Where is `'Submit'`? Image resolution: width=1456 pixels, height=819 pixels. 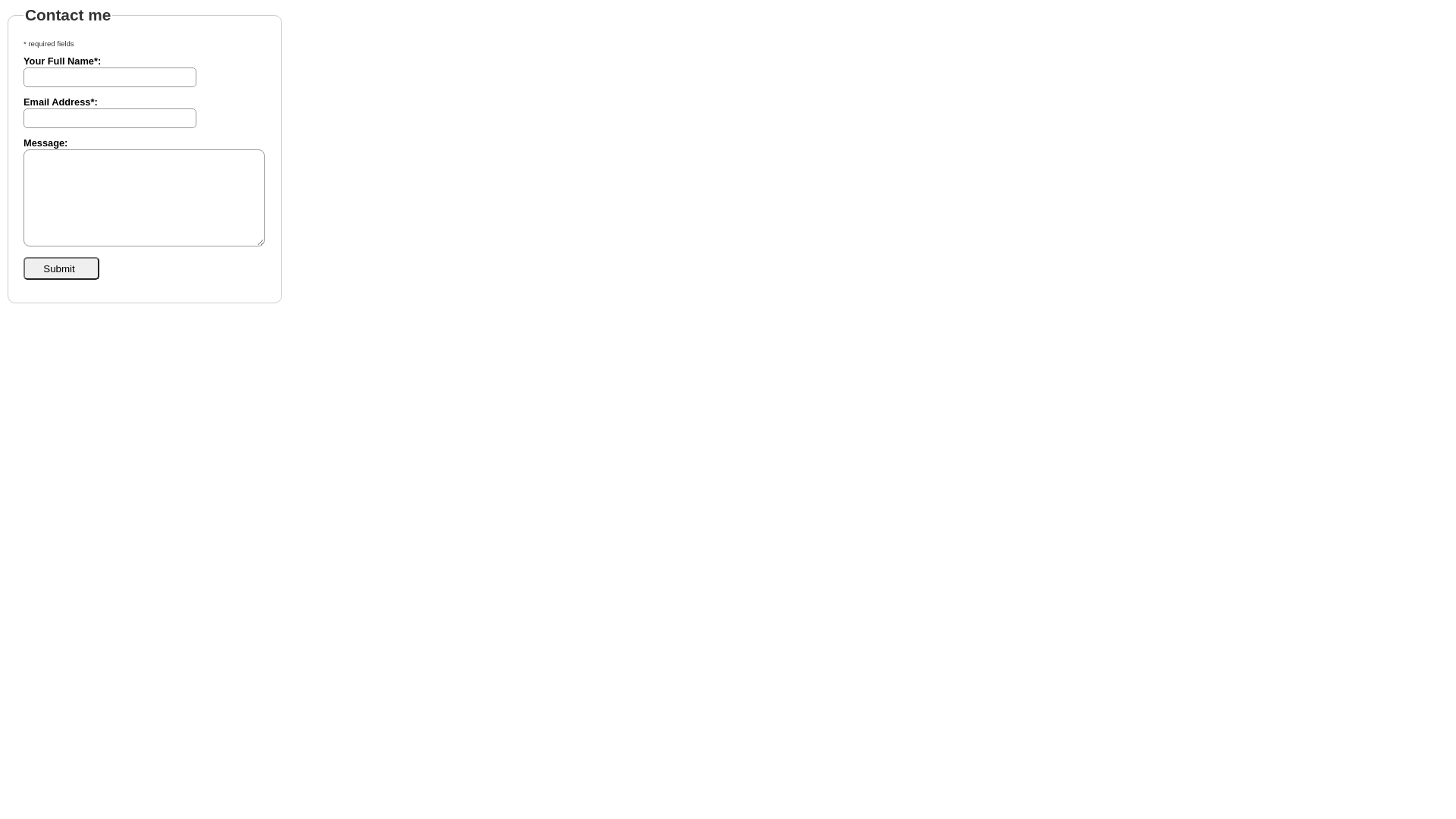
'Submit' is located at coordinates (61, 268).